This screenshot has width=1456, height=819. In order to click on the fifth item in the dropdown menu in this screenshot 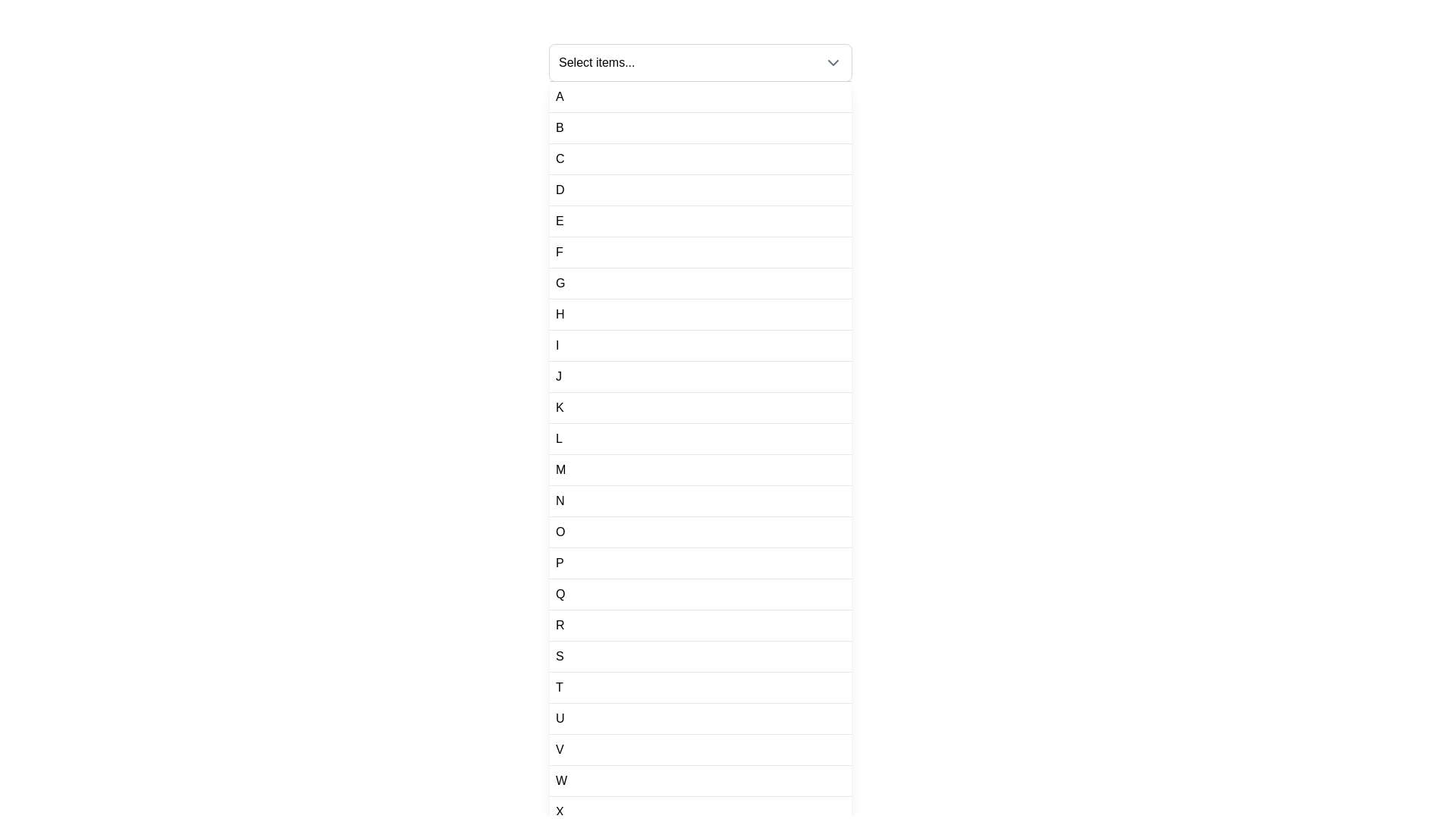, I will do `click(559, 221)`.